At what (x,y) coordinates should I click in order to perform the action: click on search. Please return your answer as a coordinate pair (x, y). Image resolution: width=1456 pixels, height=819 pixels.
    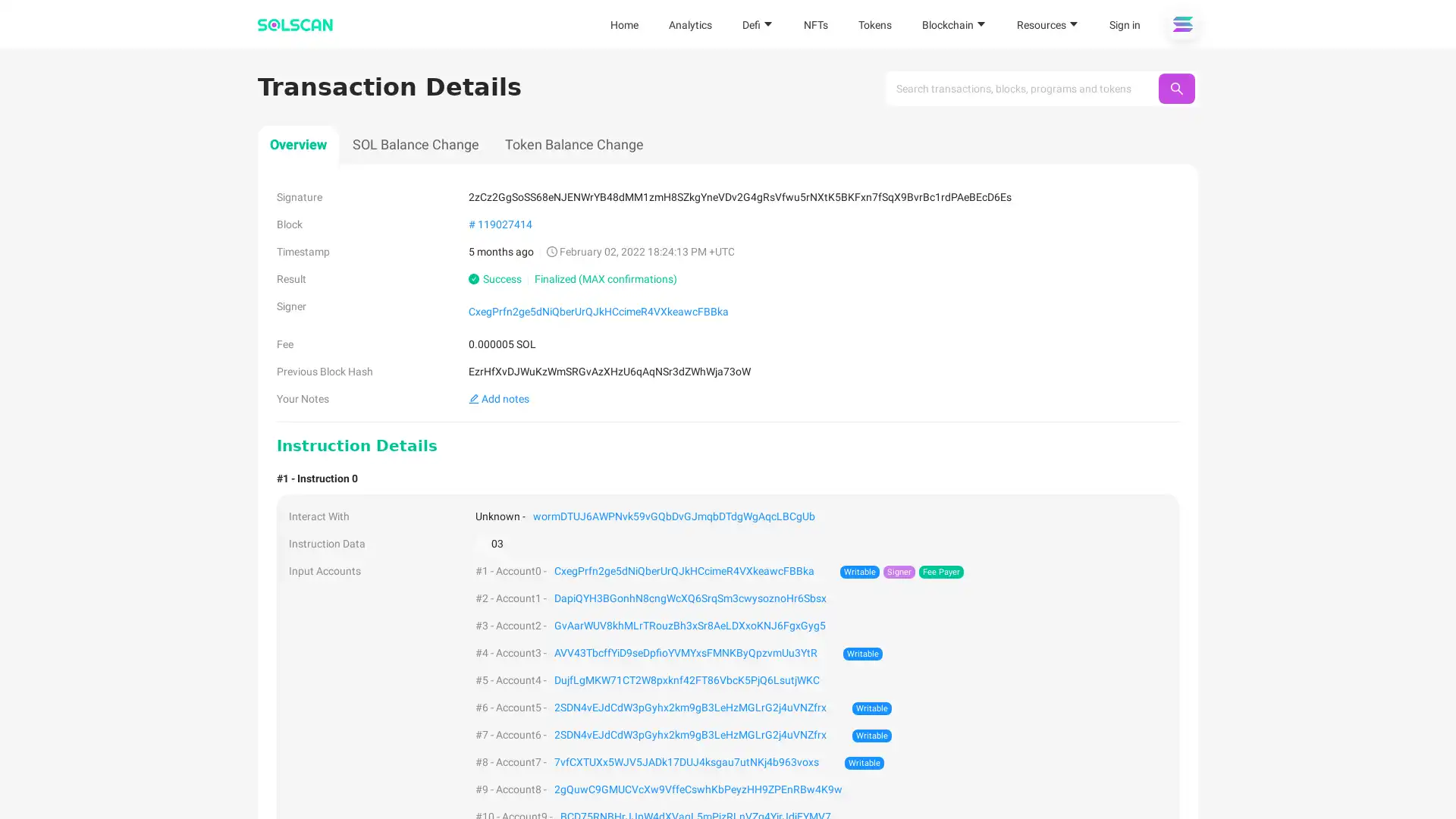
    Looking at the image, I should click on (1175, 88).